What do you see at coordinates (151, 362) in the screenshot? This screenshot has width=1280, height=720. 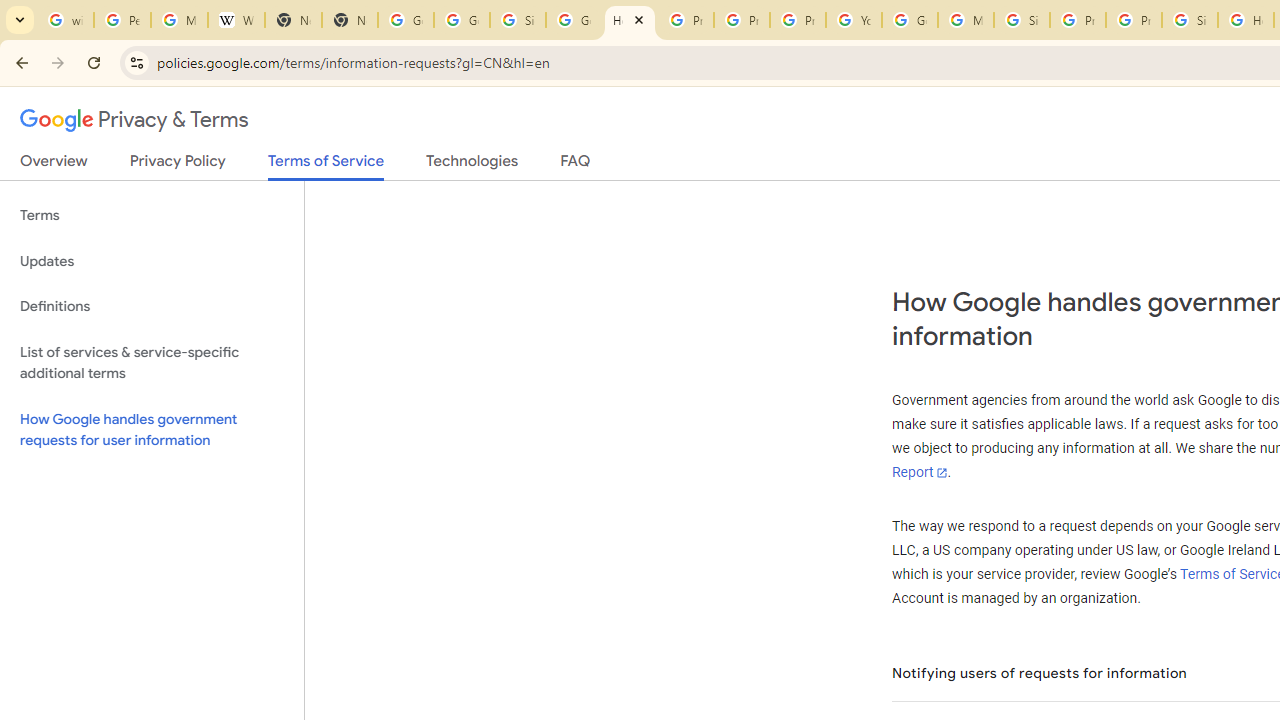 I see `'List of services & service-specific additional terms'` at bounding box center [151, 362].